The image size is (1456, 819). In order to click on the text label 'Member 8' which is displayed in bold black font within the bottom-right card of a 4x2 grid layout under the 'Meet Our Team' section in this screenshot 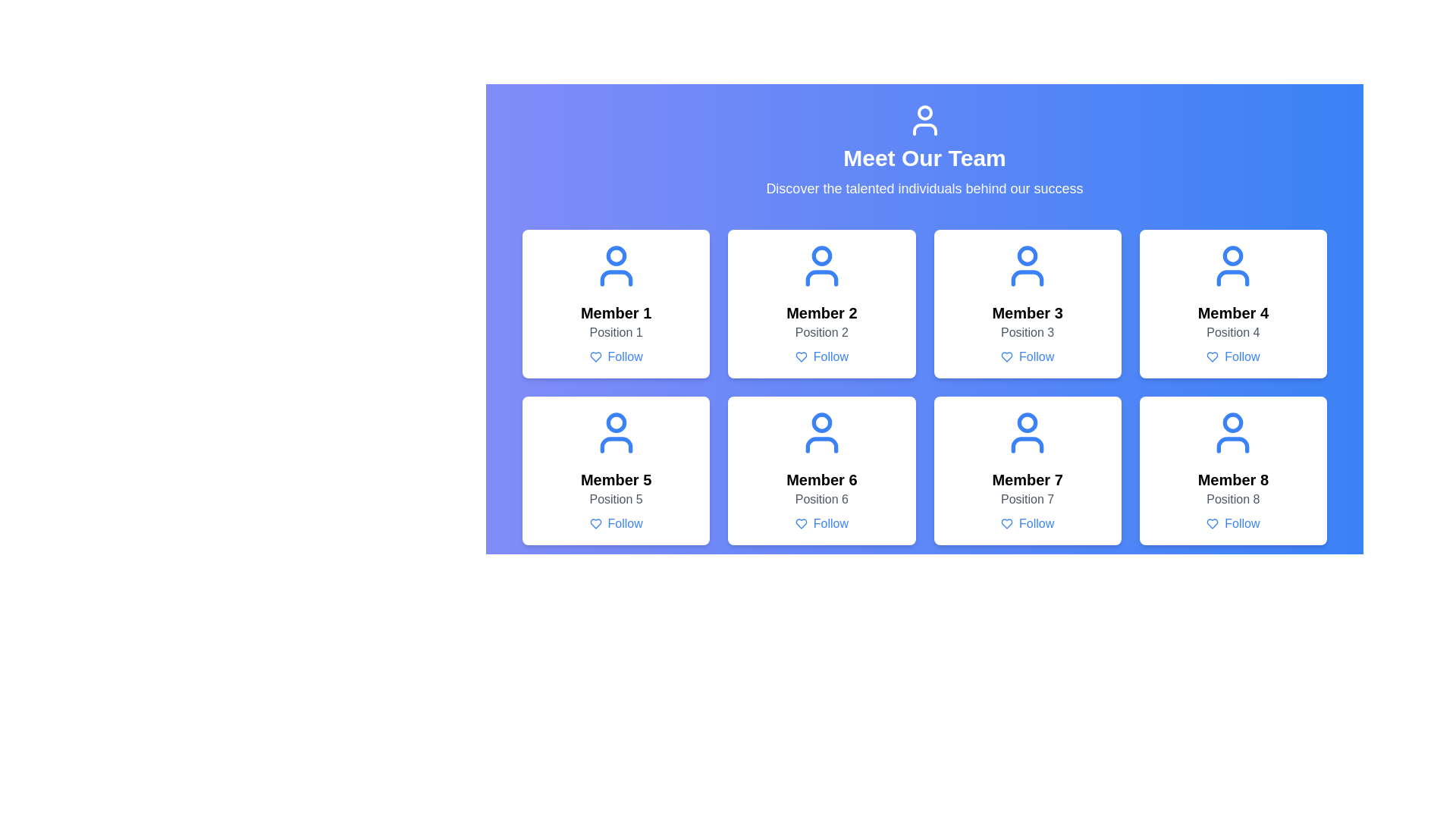, I will do `click(1233, 479)`.